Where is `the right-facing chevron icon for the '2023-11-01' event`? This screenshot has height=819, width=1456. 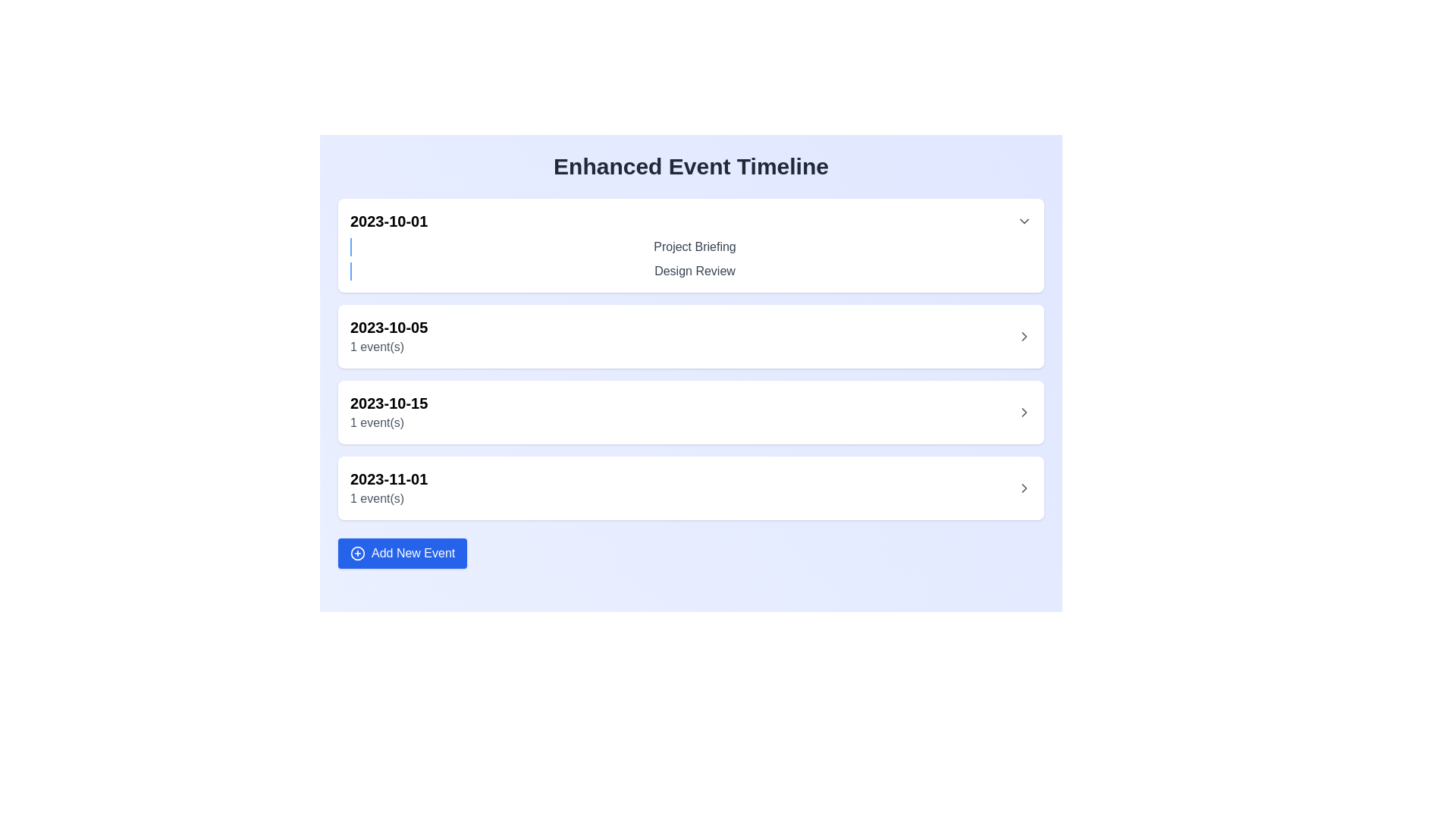
the right-facing chevron icon for the '2023-11-01' event is located at coordinates (1024, 488).